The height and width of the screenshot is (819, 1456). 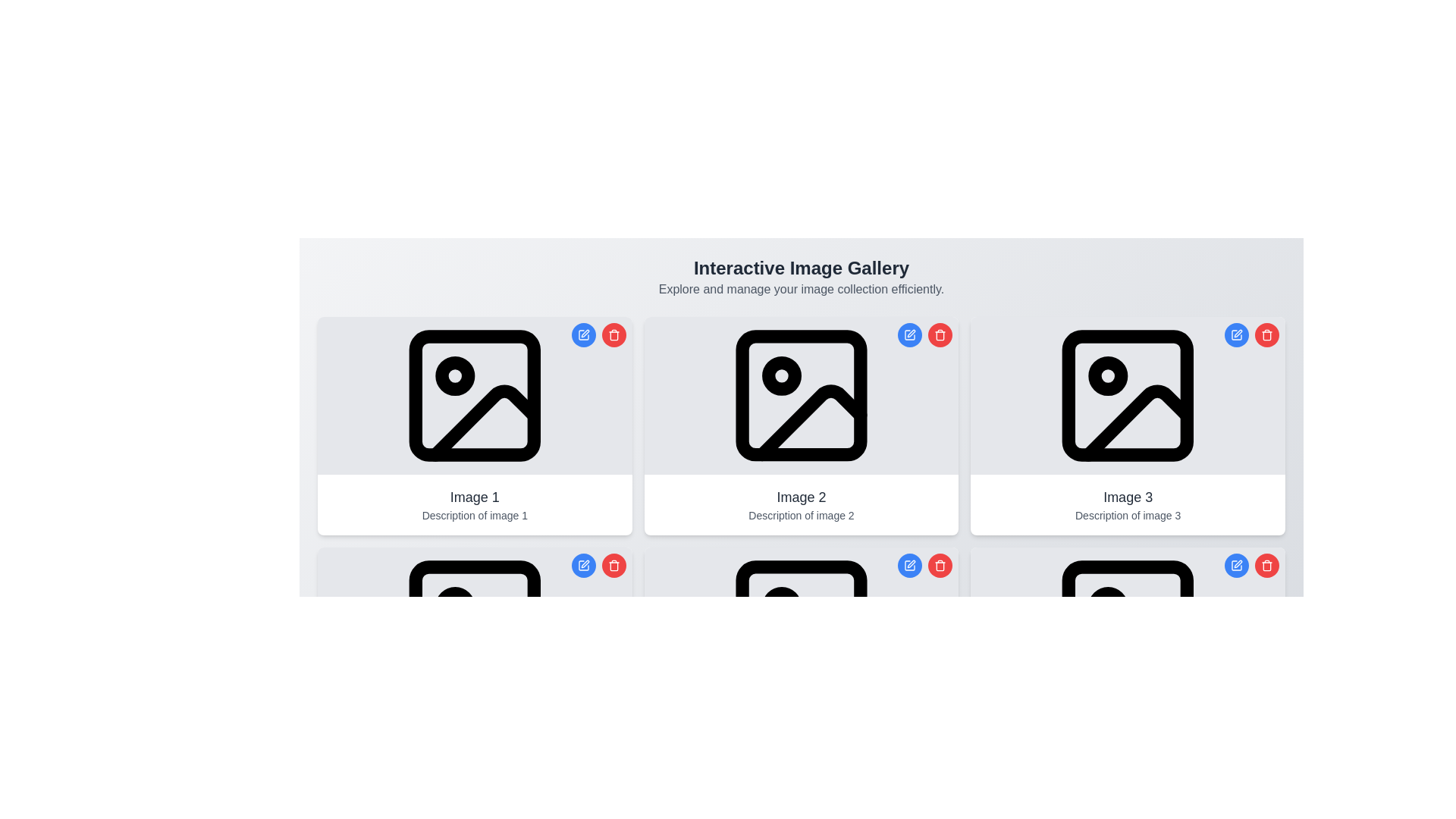 What do you see at coordinates (582, 565) in the screenshot?
I see `the blue circular button with a white pen icon located at the top-right corner of the card for Image 2` at bounding box center [582, 565].